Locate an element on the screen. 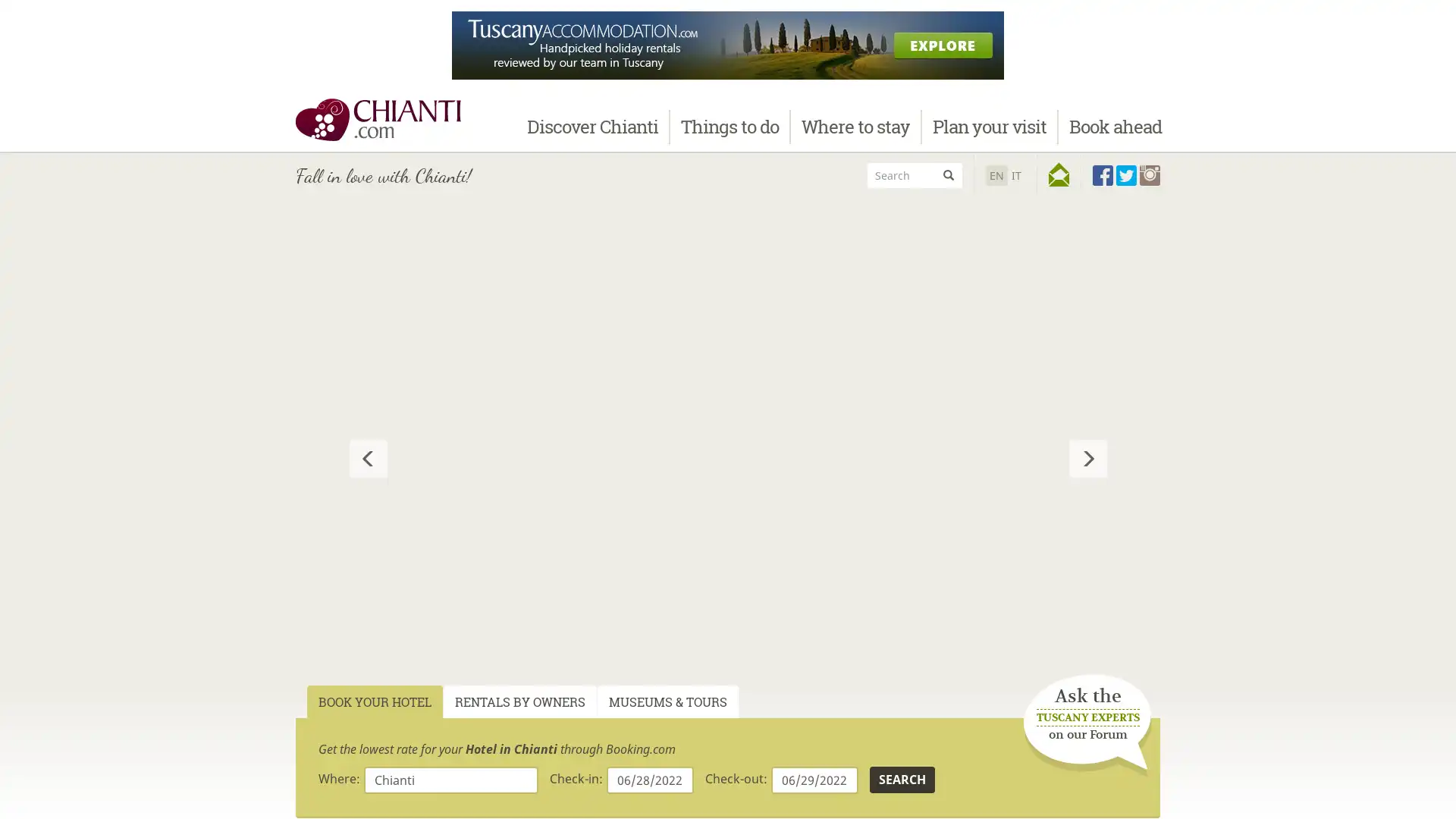 The height and width of the screenshot is (819, 1456). Discover Chianti is located at coordinates (591, 126).